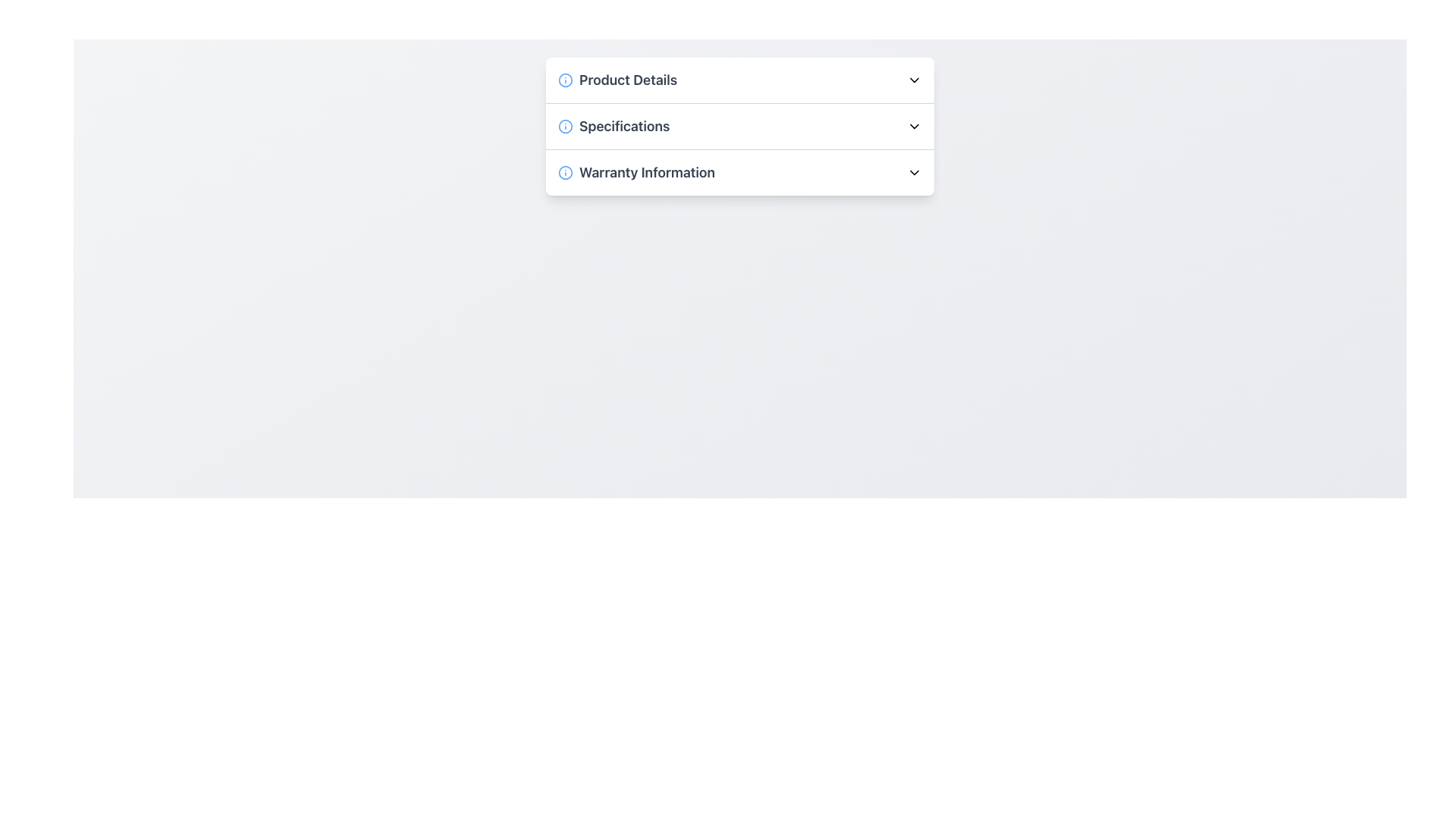 The height and width of the screenshot is (819, 1456). What do you see at coordinates (613, 125) in the screenshot?
I see `the 'Specifications' text label with the informational icon to its left, which is part of a list of options or sections` at bounding box center [613, 125].